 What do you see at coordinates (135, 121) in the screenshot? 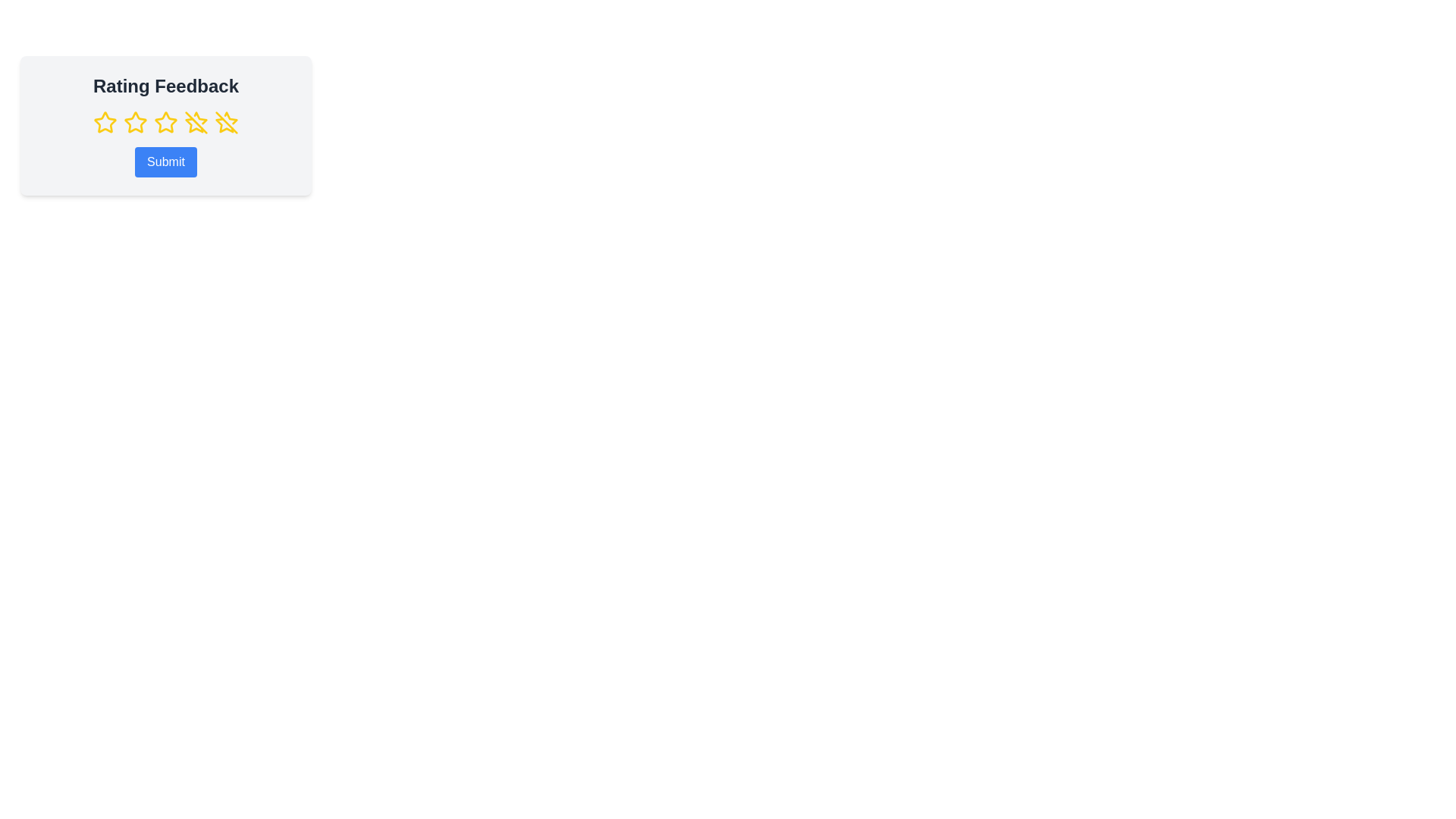
I see `the second rating star from the left in the rating system below the 'Rating Feedback' title` at bounding box center [135, 121].